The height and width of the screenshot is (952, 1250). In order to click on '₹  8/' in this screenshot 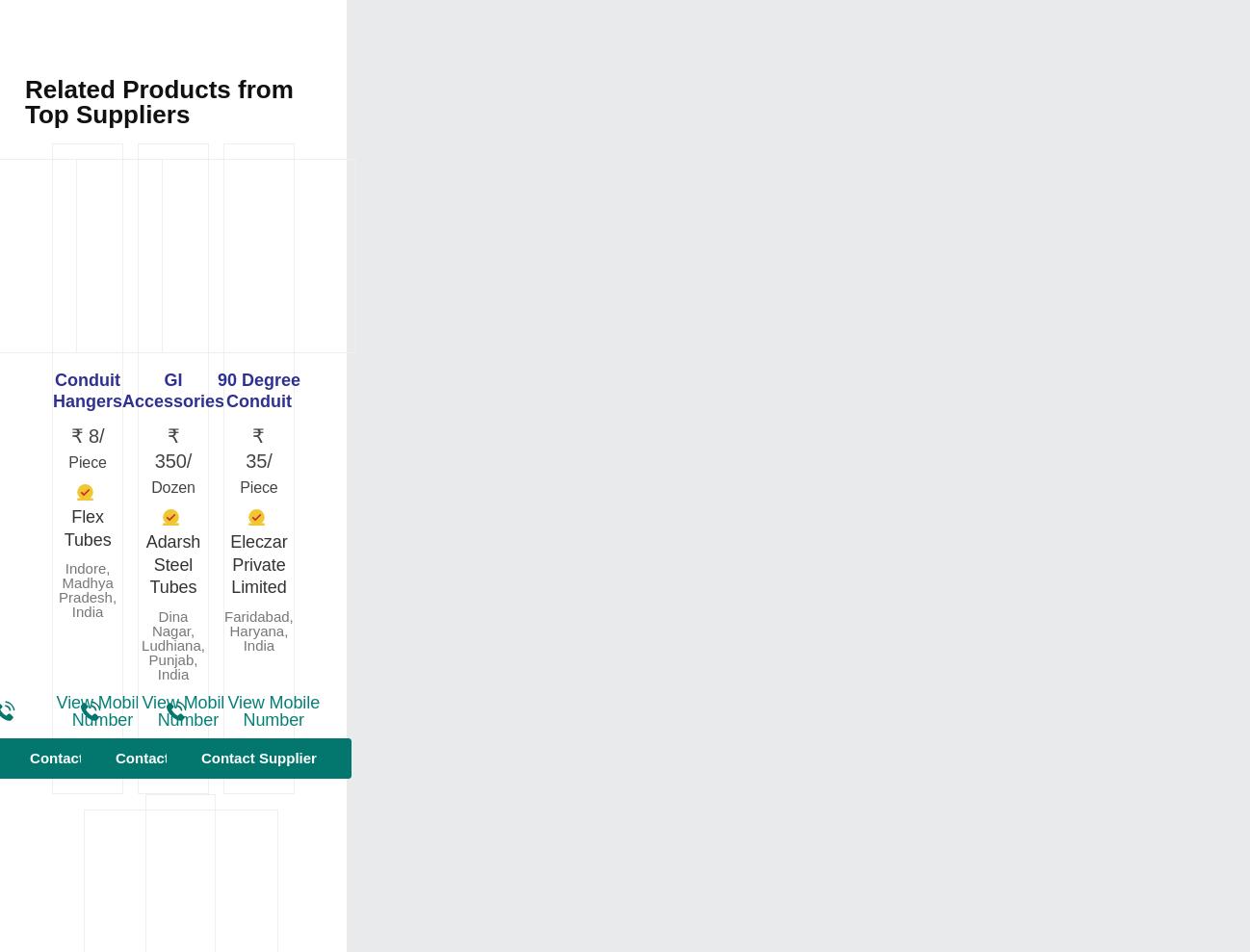, I will do `click(87, 434)`.